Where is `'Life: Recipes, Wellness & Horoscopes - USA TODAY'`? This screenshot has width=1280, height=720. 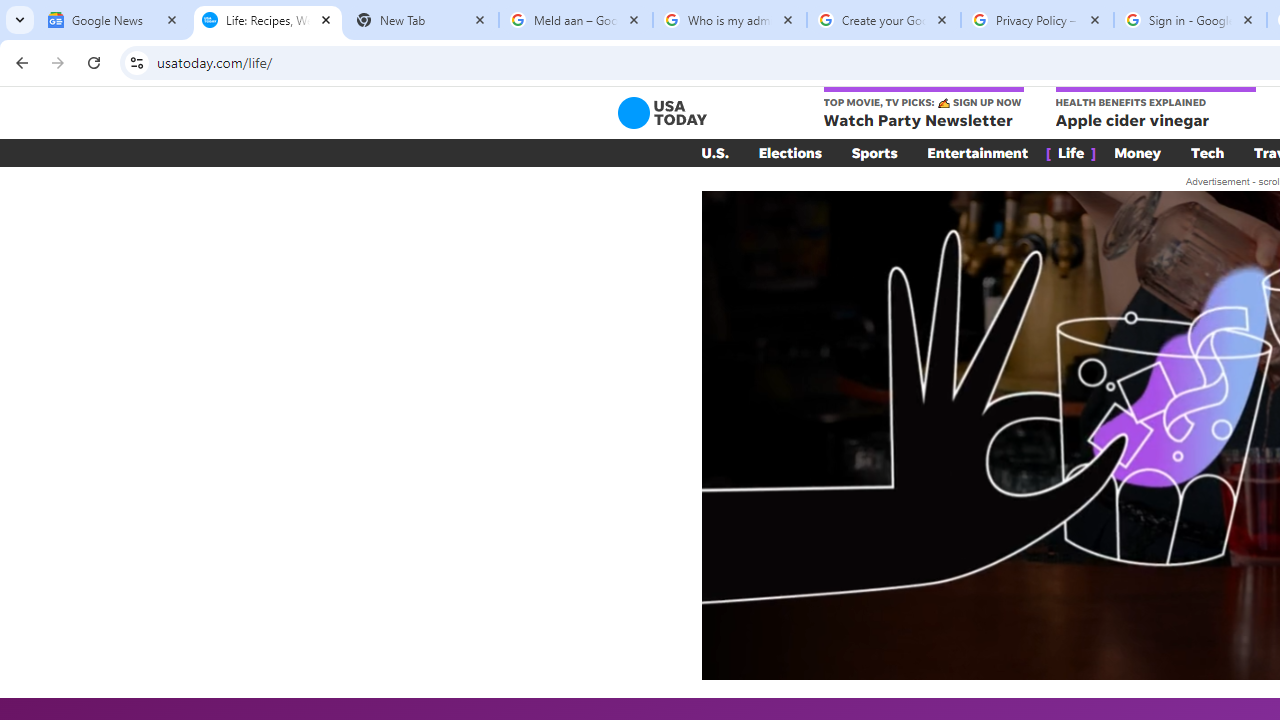 'Life: Recipes, Wellness & Horoscopes - USA TODAY' is located at coordinates (267, 20).